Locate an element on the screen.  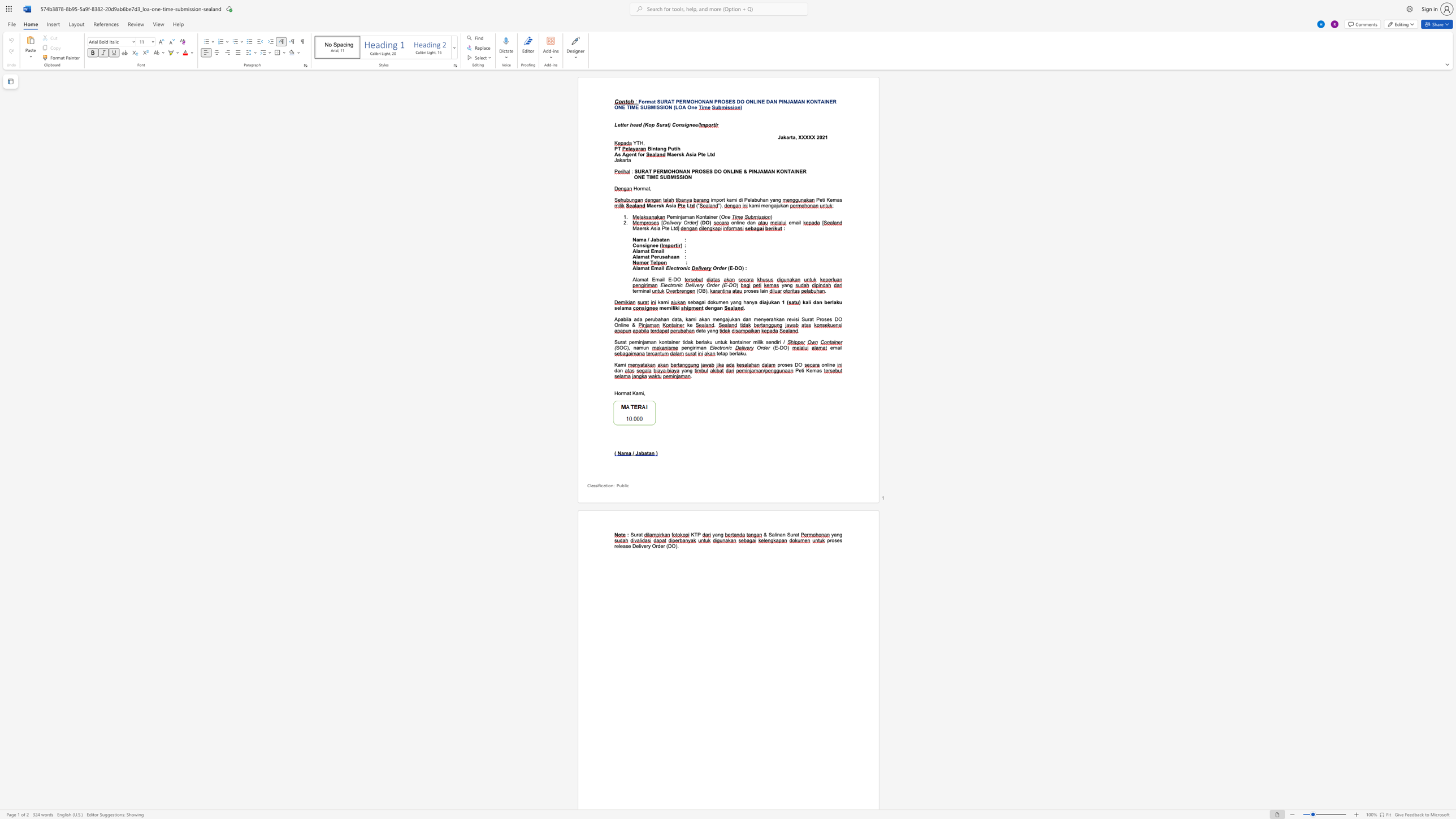
the subset text "ai" within the text "proses lain" is located at coordinates (760, 290).